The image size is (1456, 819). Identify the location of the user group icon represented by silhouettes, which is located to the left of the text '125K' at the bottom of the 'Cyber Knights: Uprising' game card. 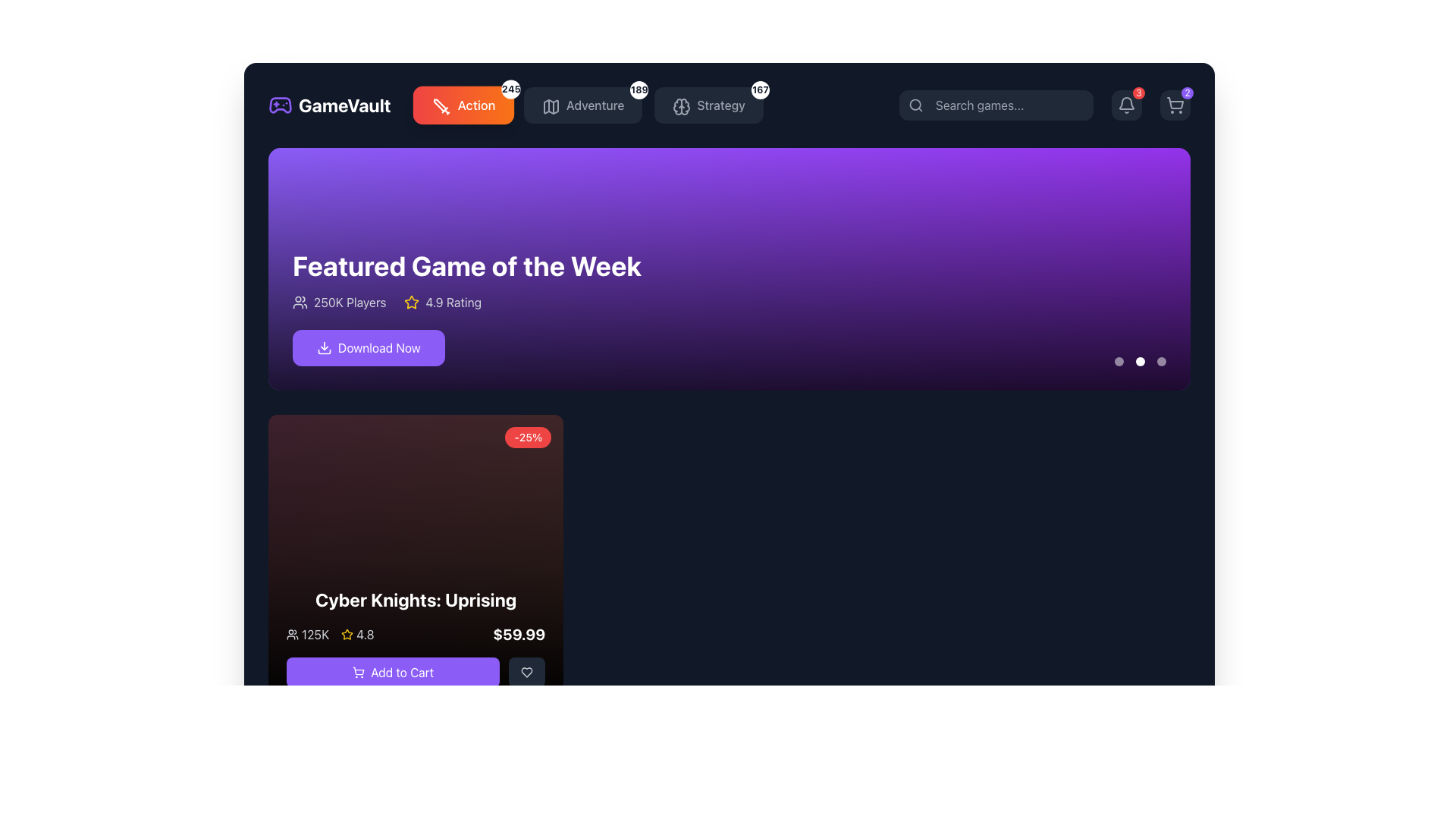
(292, 635).